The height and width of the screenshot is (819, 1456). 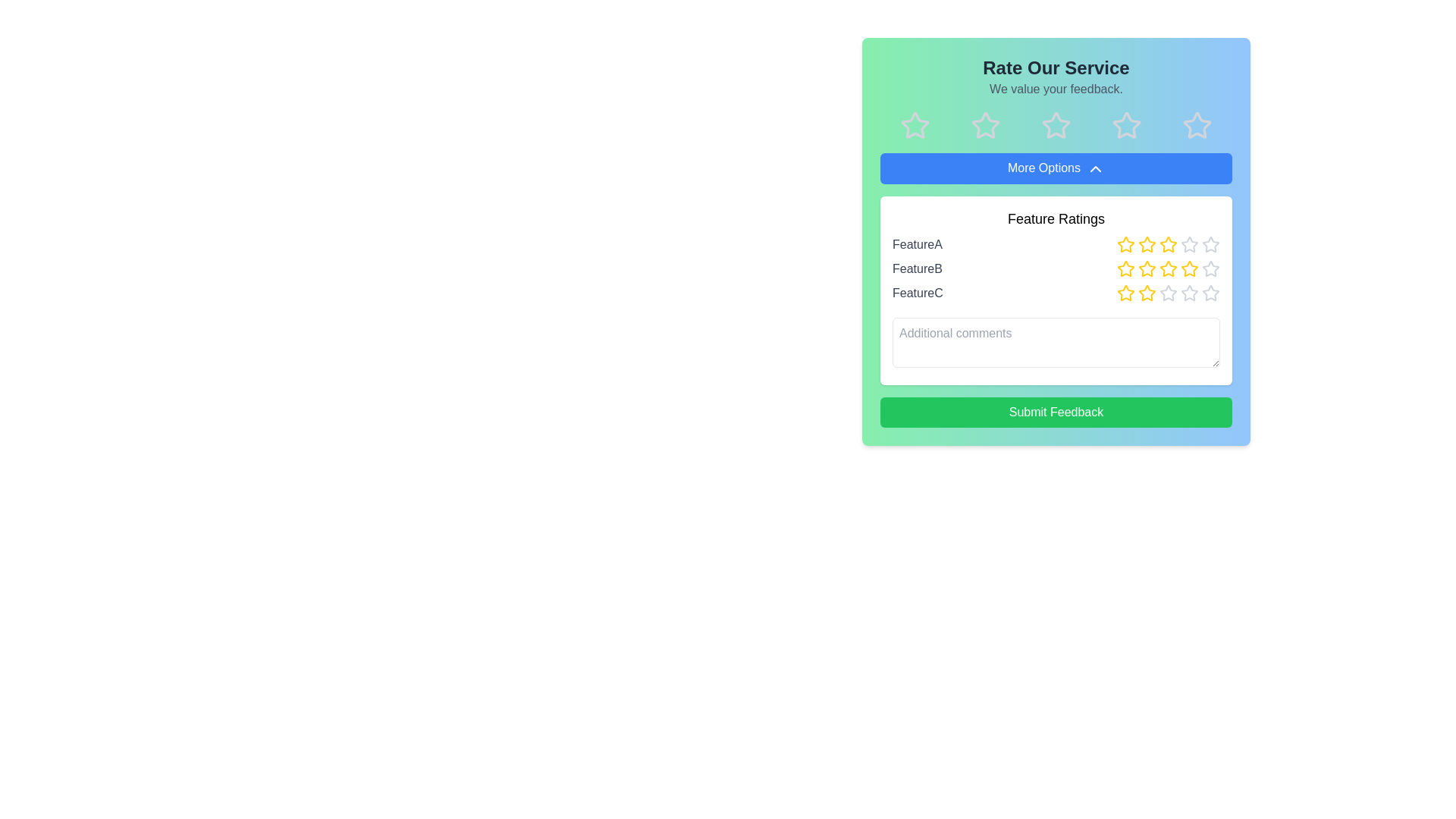 What do you see at coordinates (1147, 268) in the screenshot?
I see `the yellow star icon representing a rating in the second row of the rating section for 'FeatureB'` at bounding box center [1147, 268].